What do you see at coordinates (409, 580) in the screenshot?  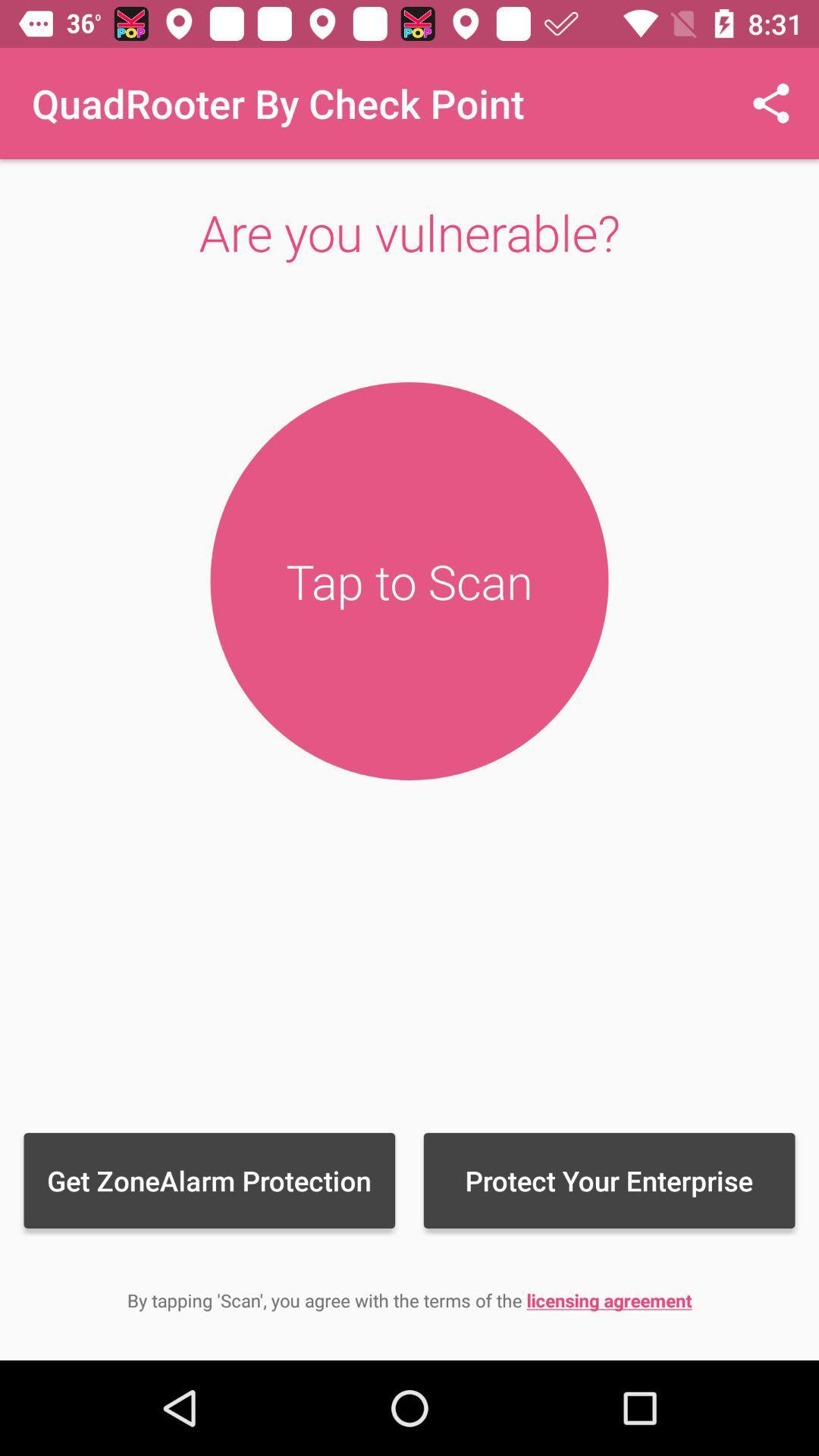 I see `scan button` at bounding box center [409, 580].